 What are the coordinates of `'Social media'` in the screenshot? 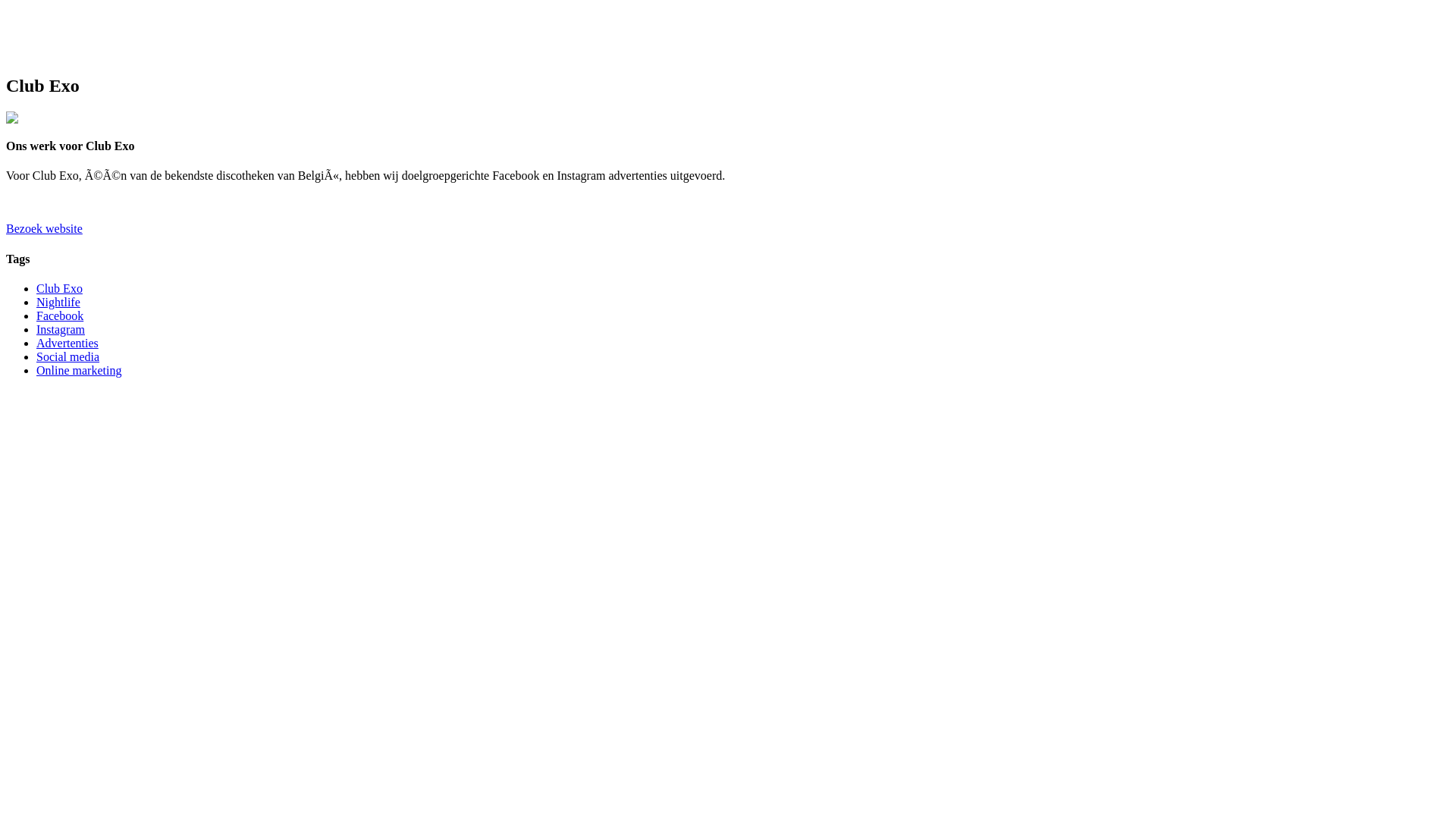 It's located at (67, 356).